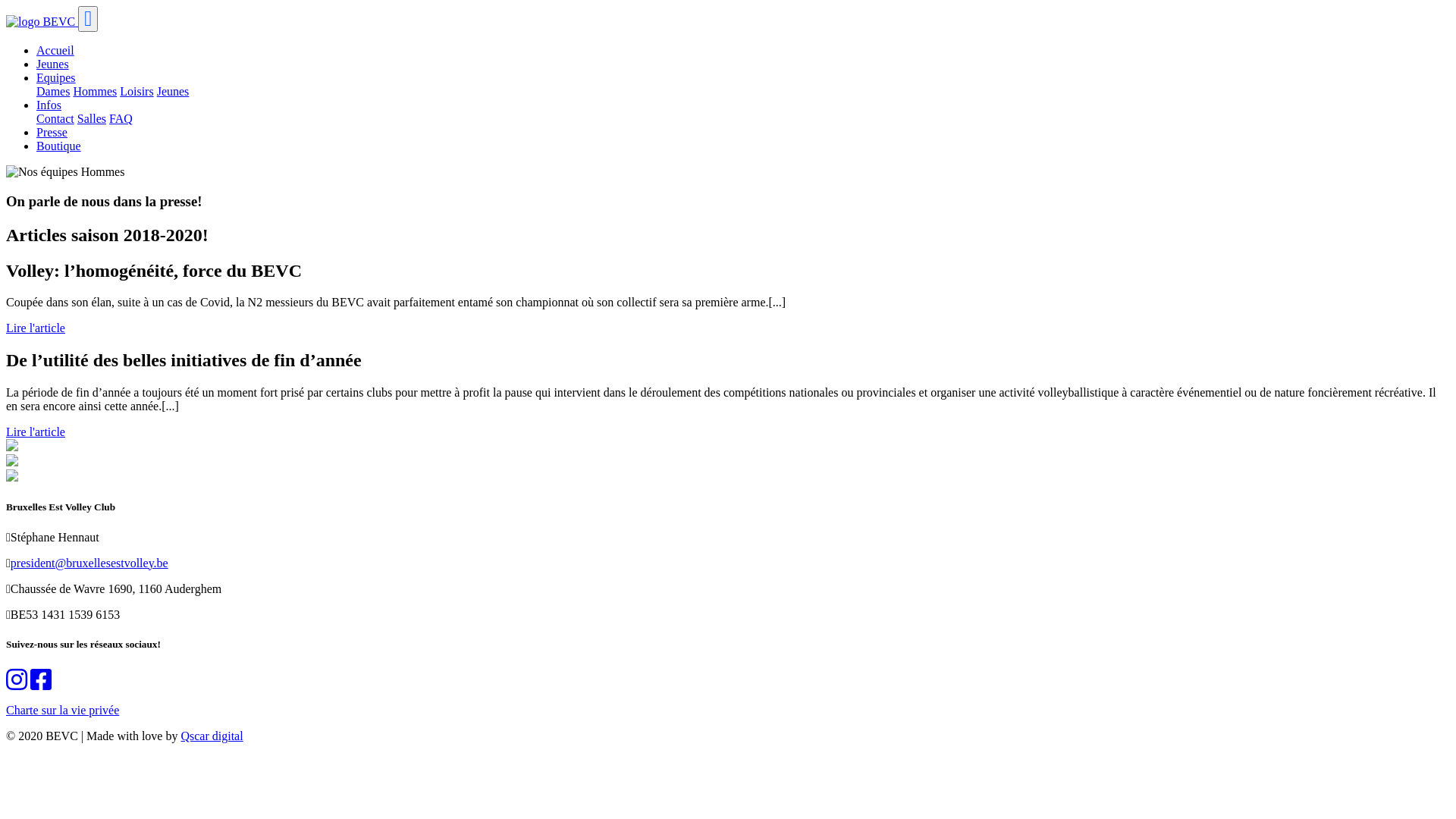  I want to click on 'Infos', so click(49, 104).